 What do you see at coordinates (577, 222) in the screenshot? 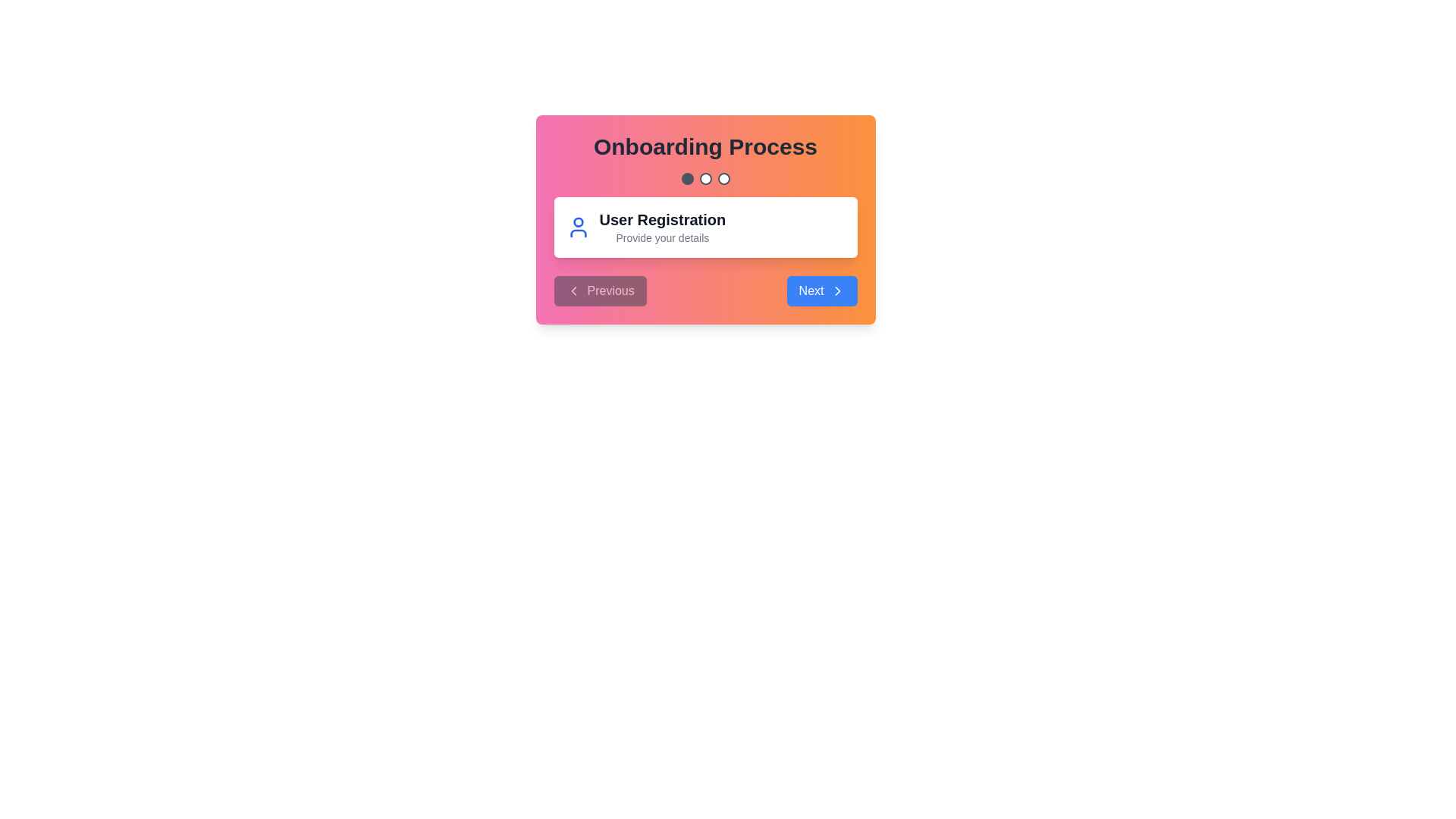
I see `the decorative graphic element (circle within SVG) located near the top-left of the user profile icon on the onboarding card interface` at bounding box center [577, 222].